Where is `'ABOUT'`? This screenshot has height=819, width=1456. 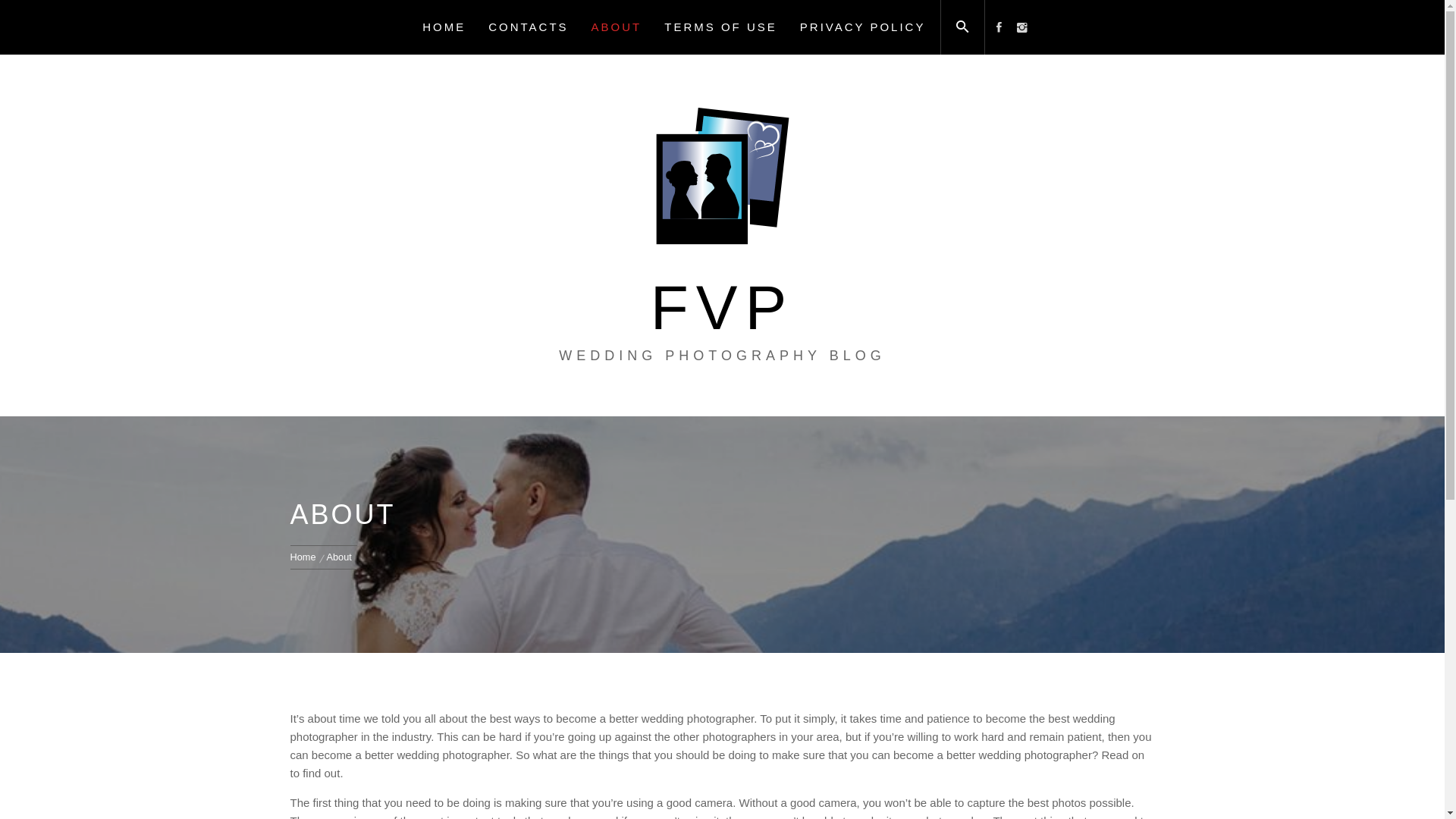 'ABOUT' is located at coordinates (617, 27).